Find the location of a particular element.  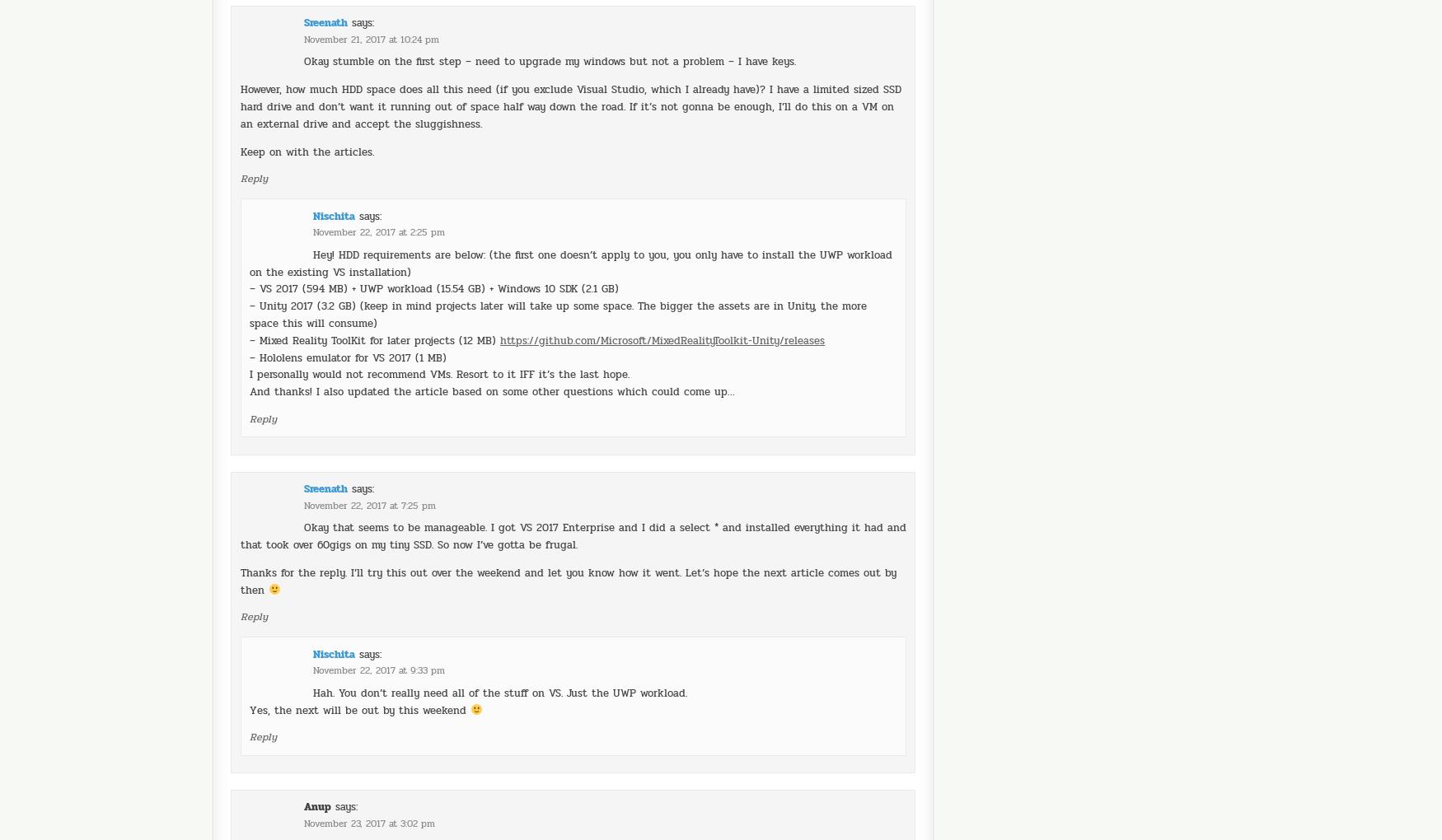

'– Unity 2017 (3.2 GB) (keep in mind projects later will take up some space. The bigger the assets are in Unity, the more space this will consume)' is located at coordinates (557, 269).